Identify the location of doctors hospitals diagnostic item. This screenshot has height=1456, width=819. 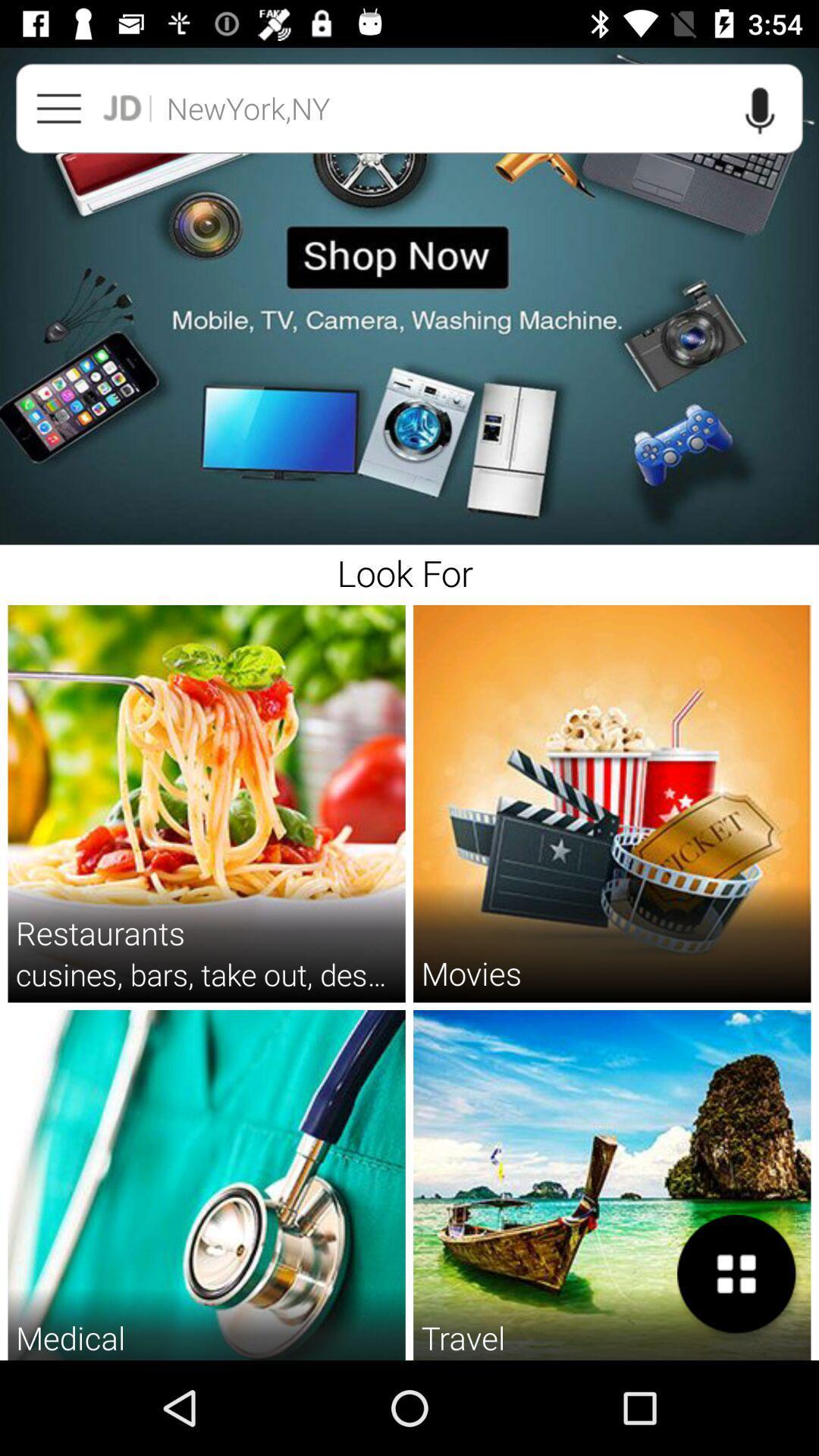
(206, 1360).